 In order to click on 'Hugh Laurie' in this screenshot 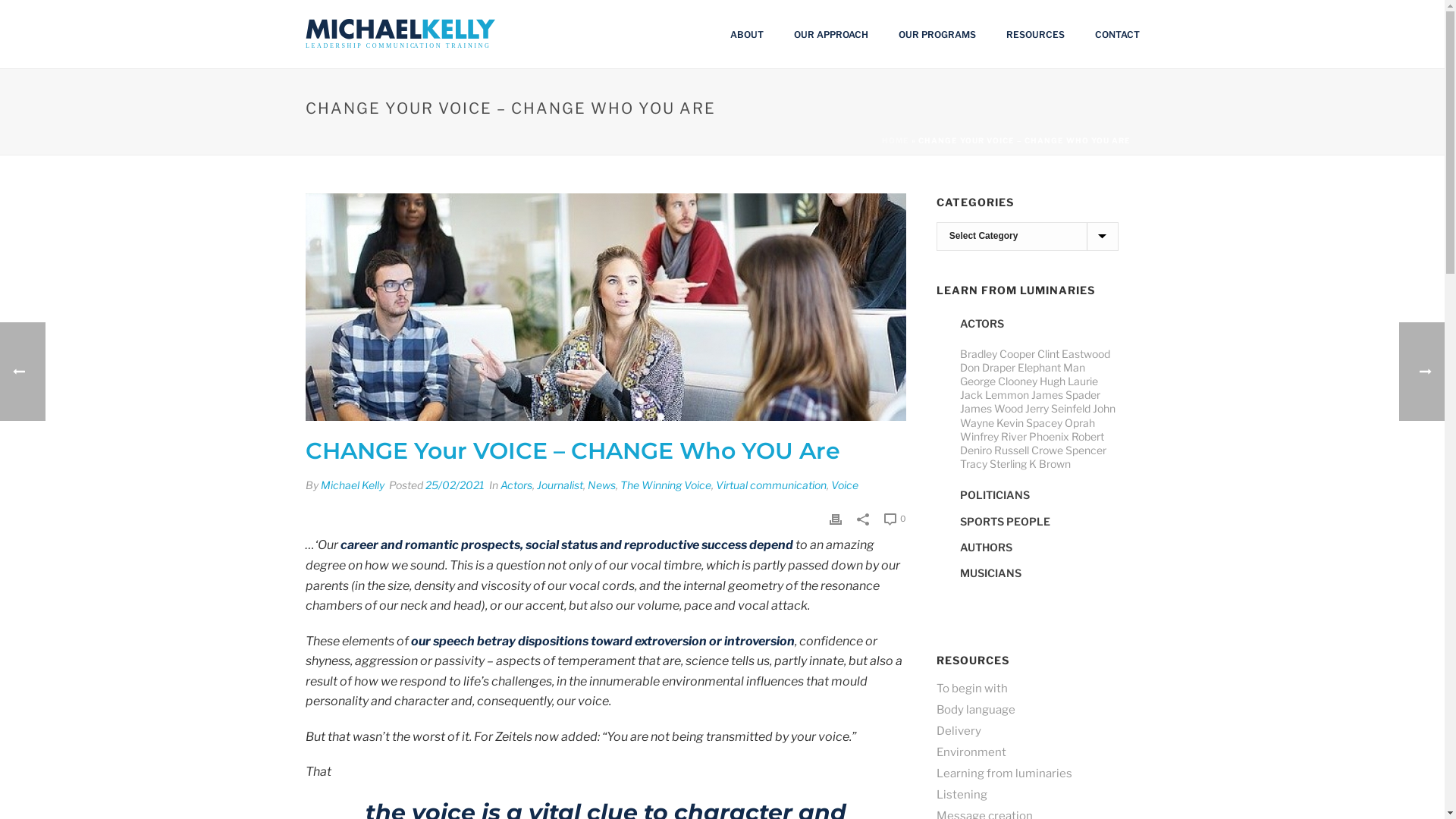, I will do `click(1067, 380)`.